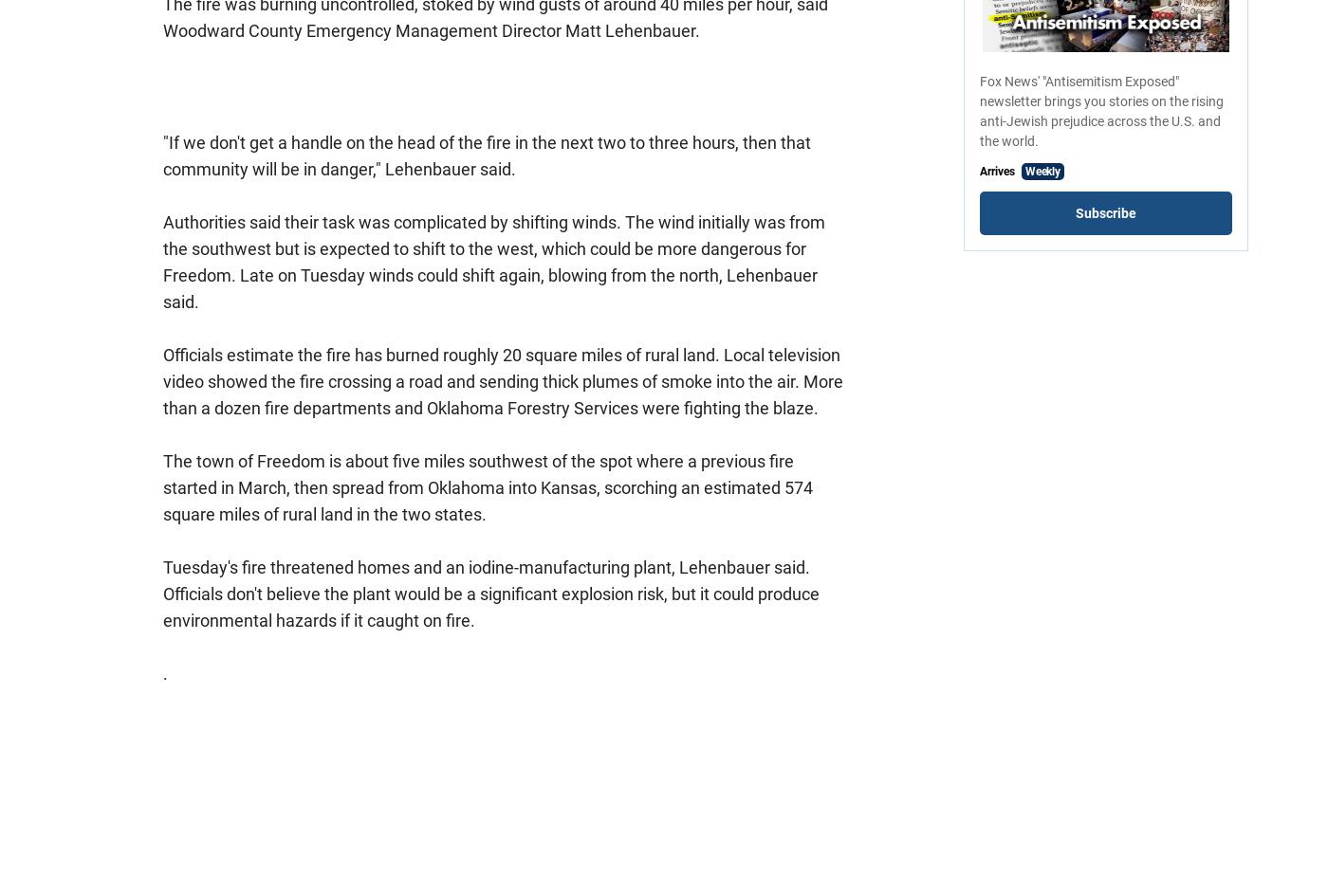  Describe the element at coordinates (165, 673) in the screenshot. I see `'.'` at that location.